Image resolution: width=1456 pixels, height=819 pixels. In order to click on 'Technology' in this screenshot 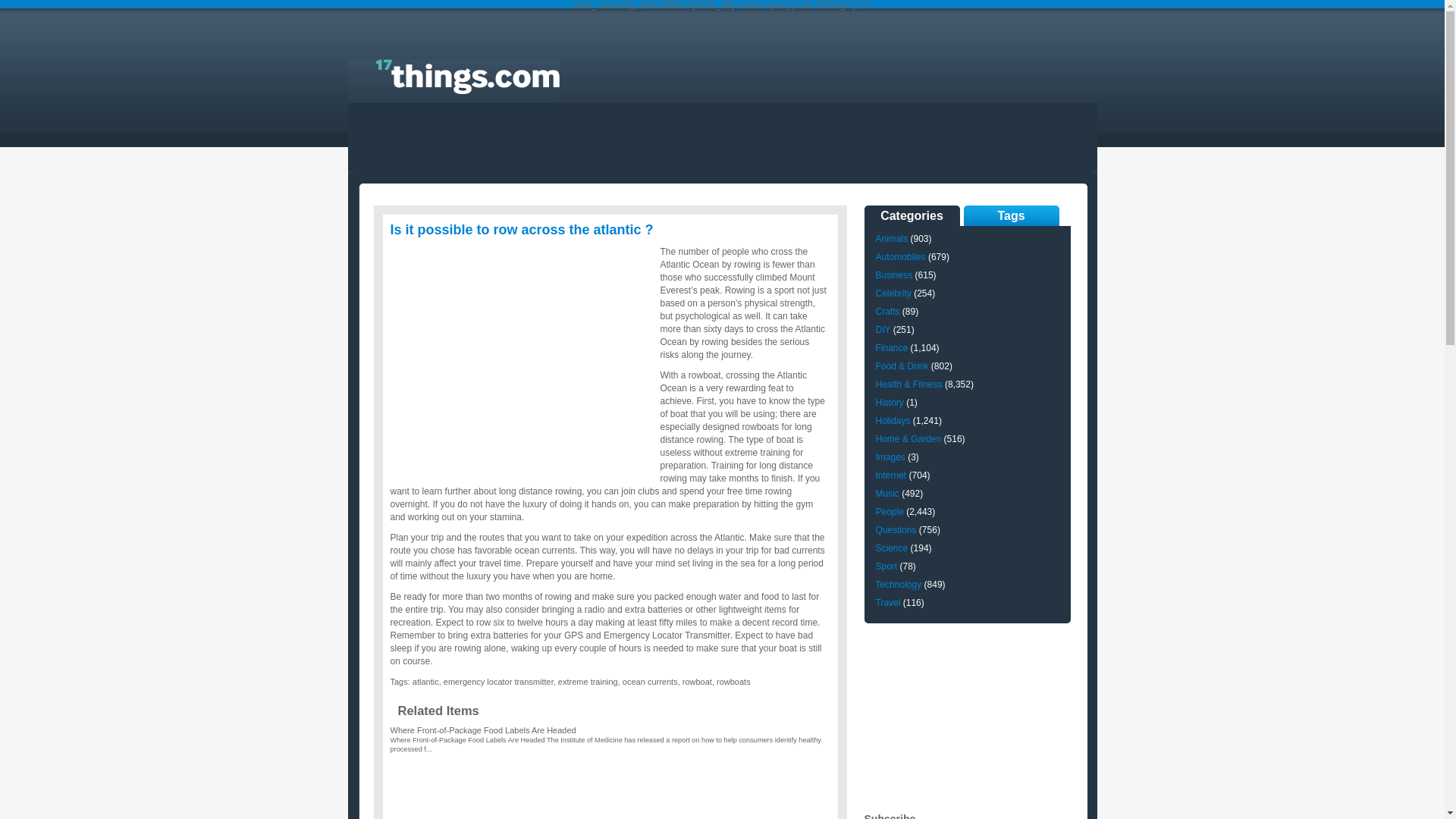, I will do `click(898, 584)`.